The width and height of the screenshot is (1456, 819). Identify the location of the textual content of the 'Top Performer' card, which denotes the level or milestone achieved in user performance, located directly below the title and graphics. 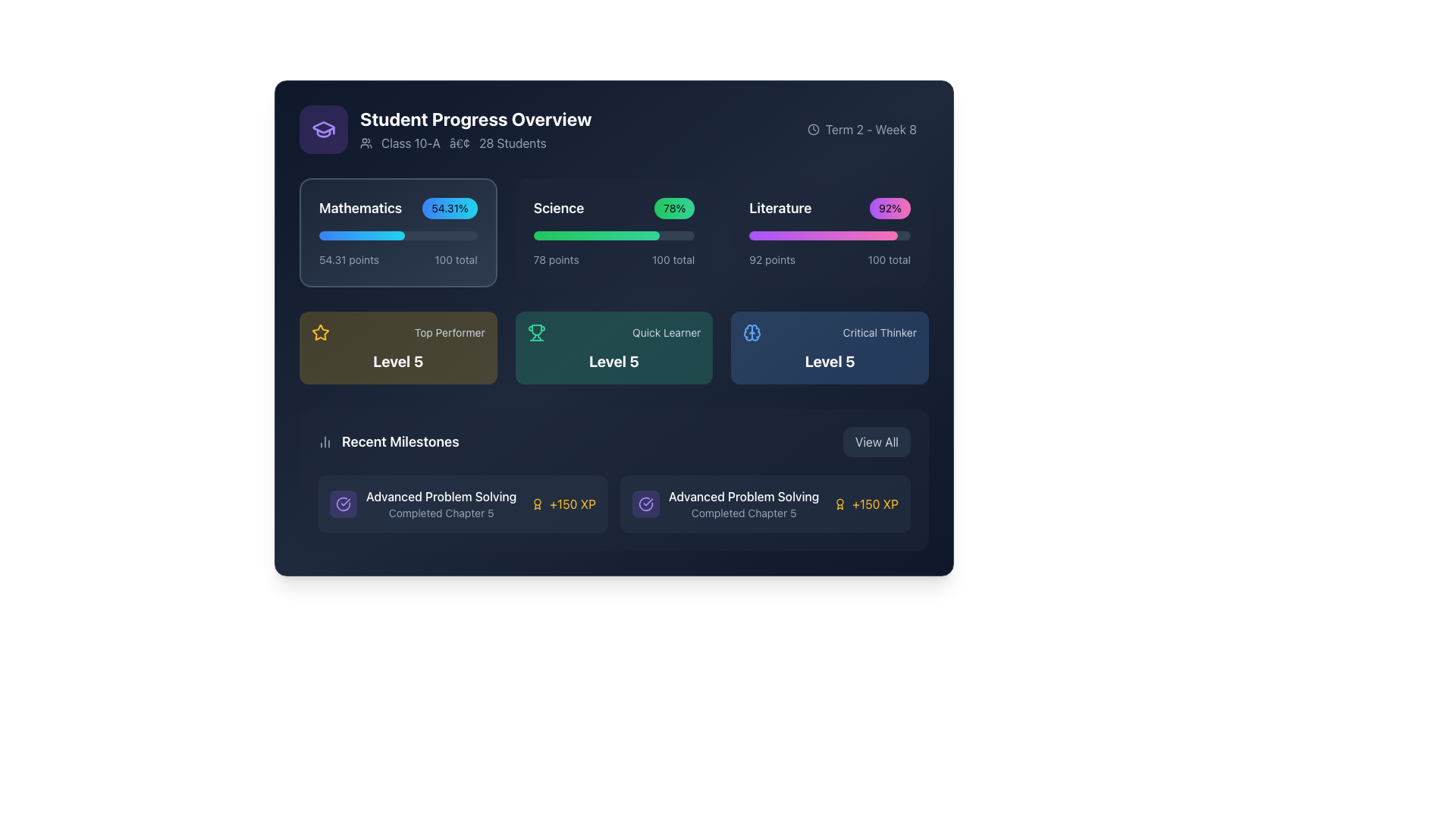
(398, 362).